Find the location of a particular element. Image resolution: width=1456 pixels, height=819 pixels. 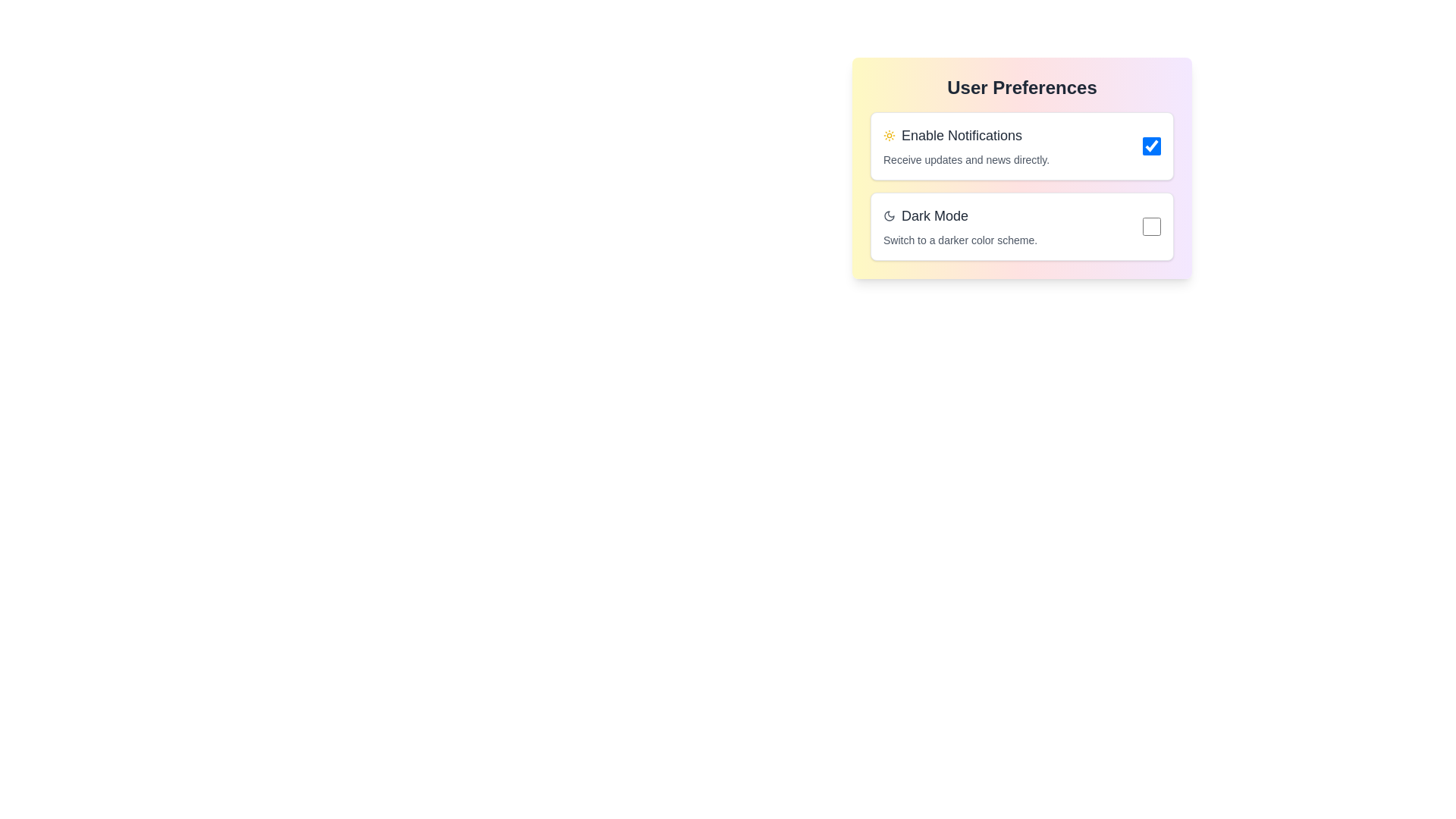

the text element reading 'Receive updates and news directly.' which is located beneath the title 'Enable Notifications' is located at coordinates (965, 160).